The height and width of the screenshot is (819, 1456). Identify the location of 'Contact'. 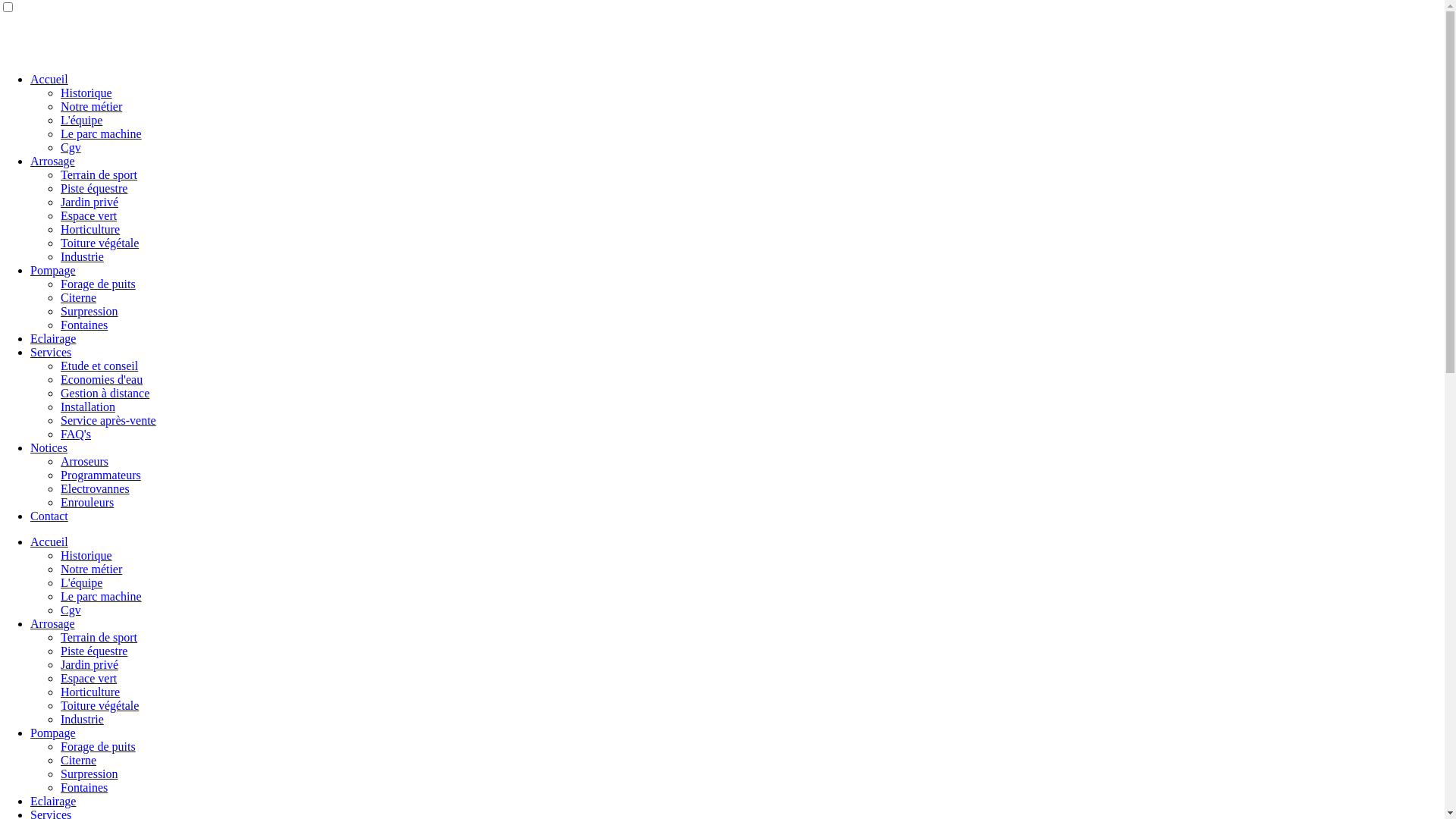
(30, 515).